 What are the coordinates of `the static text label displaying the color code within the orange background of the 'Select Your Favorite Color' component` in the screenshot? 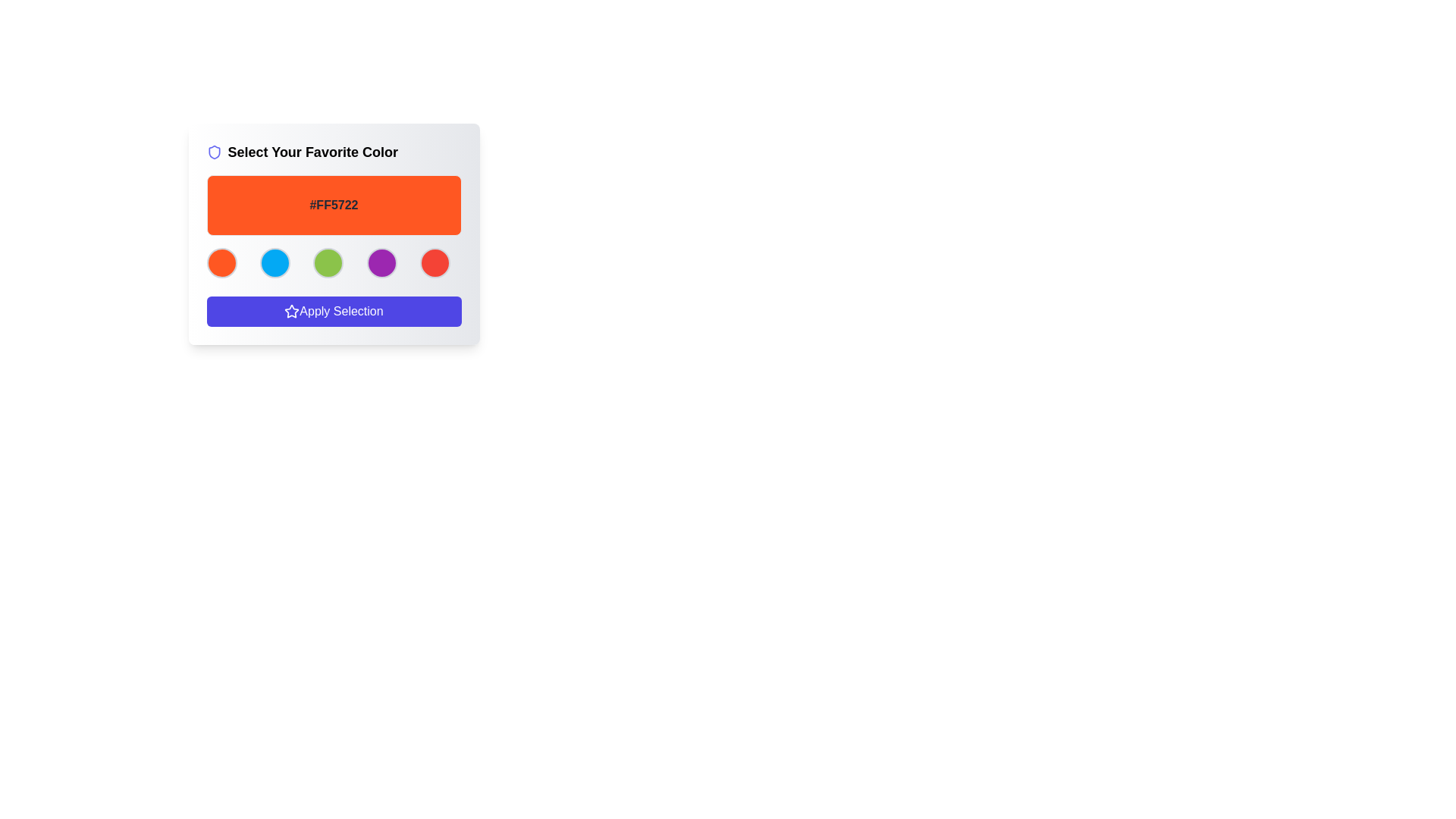 It's located at (333, 205).